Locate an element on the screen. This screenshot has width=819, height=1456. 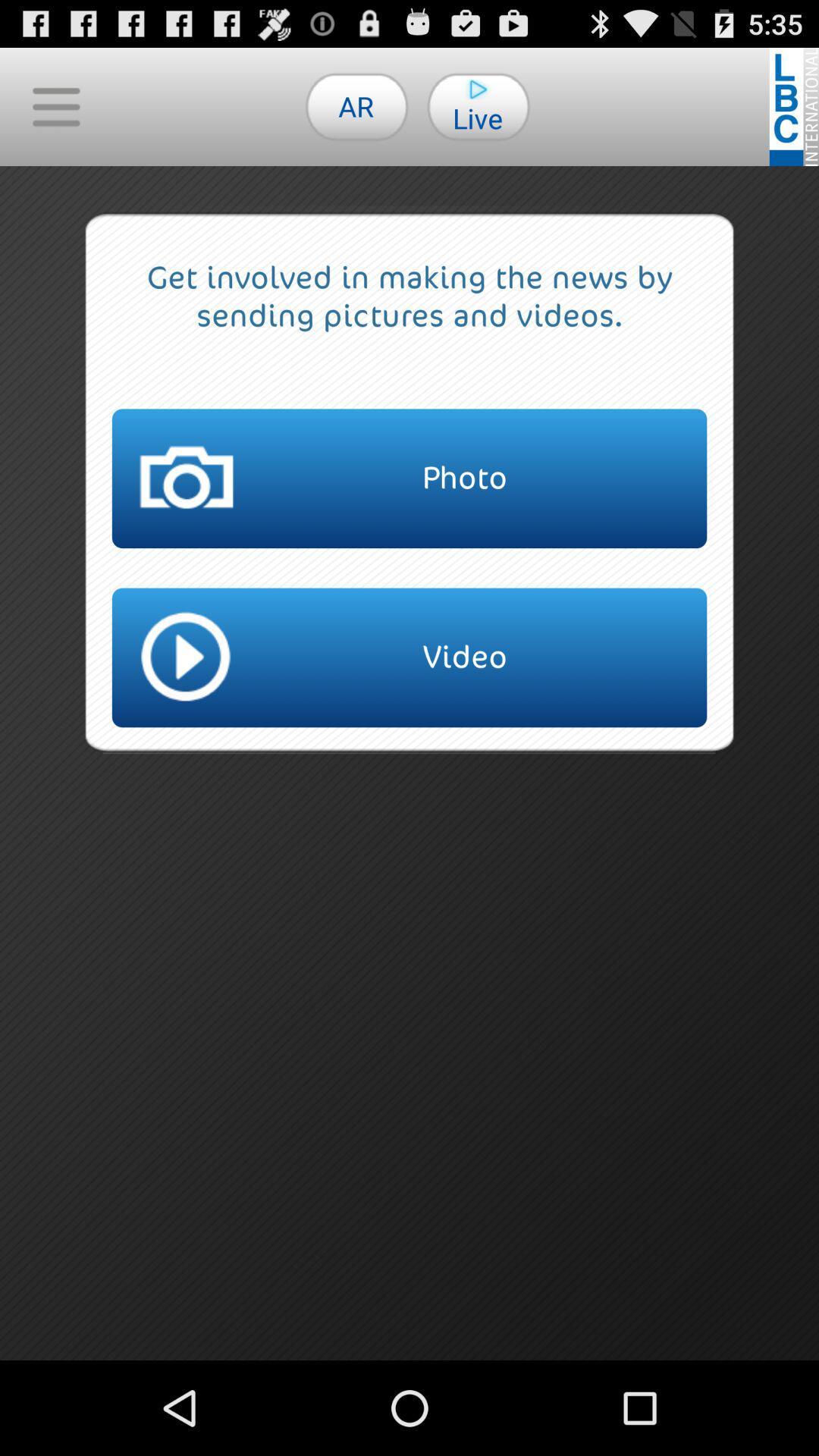
the icon to the left of the ar icon is located at coordinates (55, 105).